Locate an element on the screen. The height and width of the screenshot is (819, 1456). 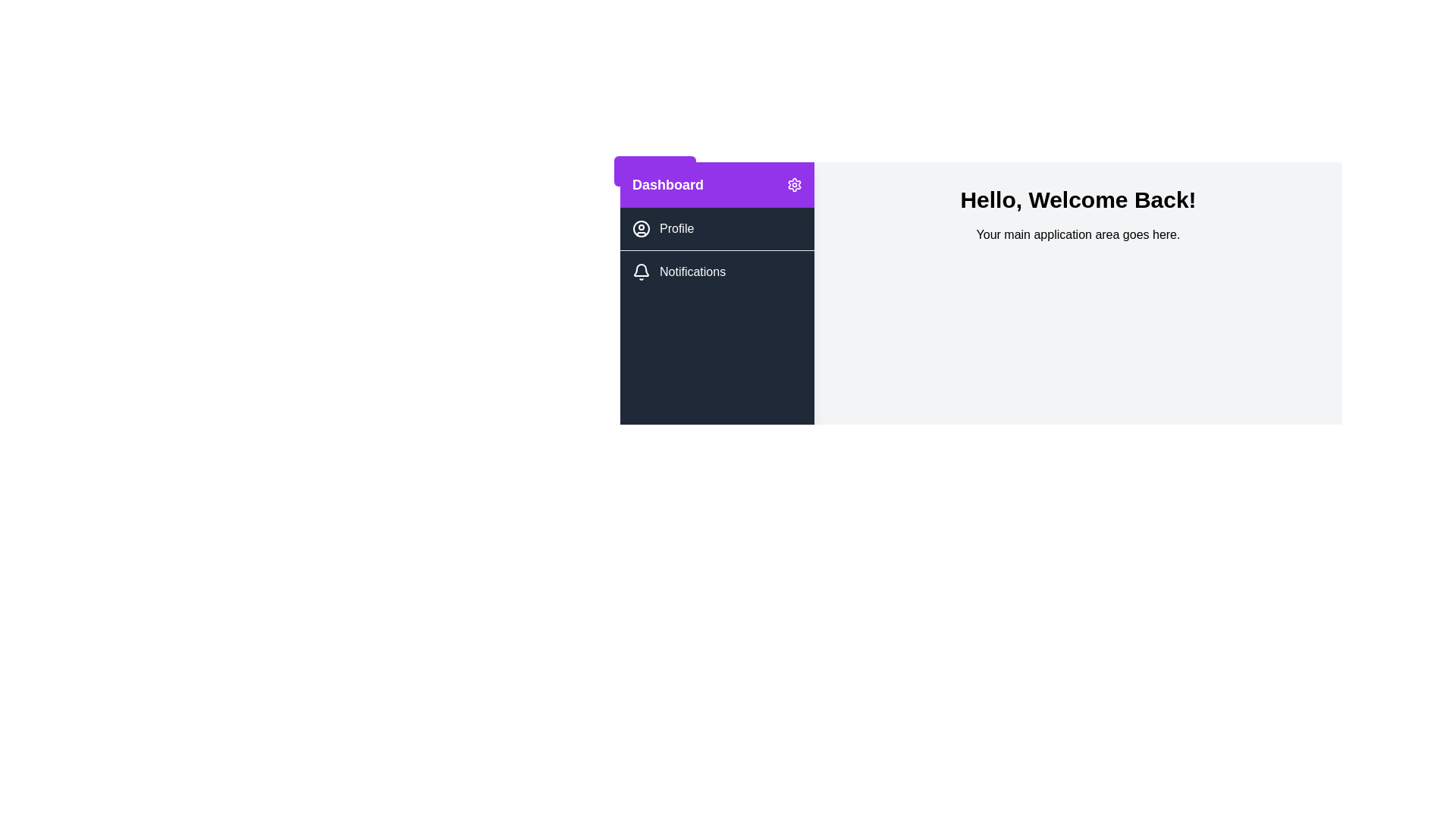
the associated menu option for the user-profile icon represented by the outer circular graphical element in the SVG image located in the sidebar menu is located at coordinates (641, 228).